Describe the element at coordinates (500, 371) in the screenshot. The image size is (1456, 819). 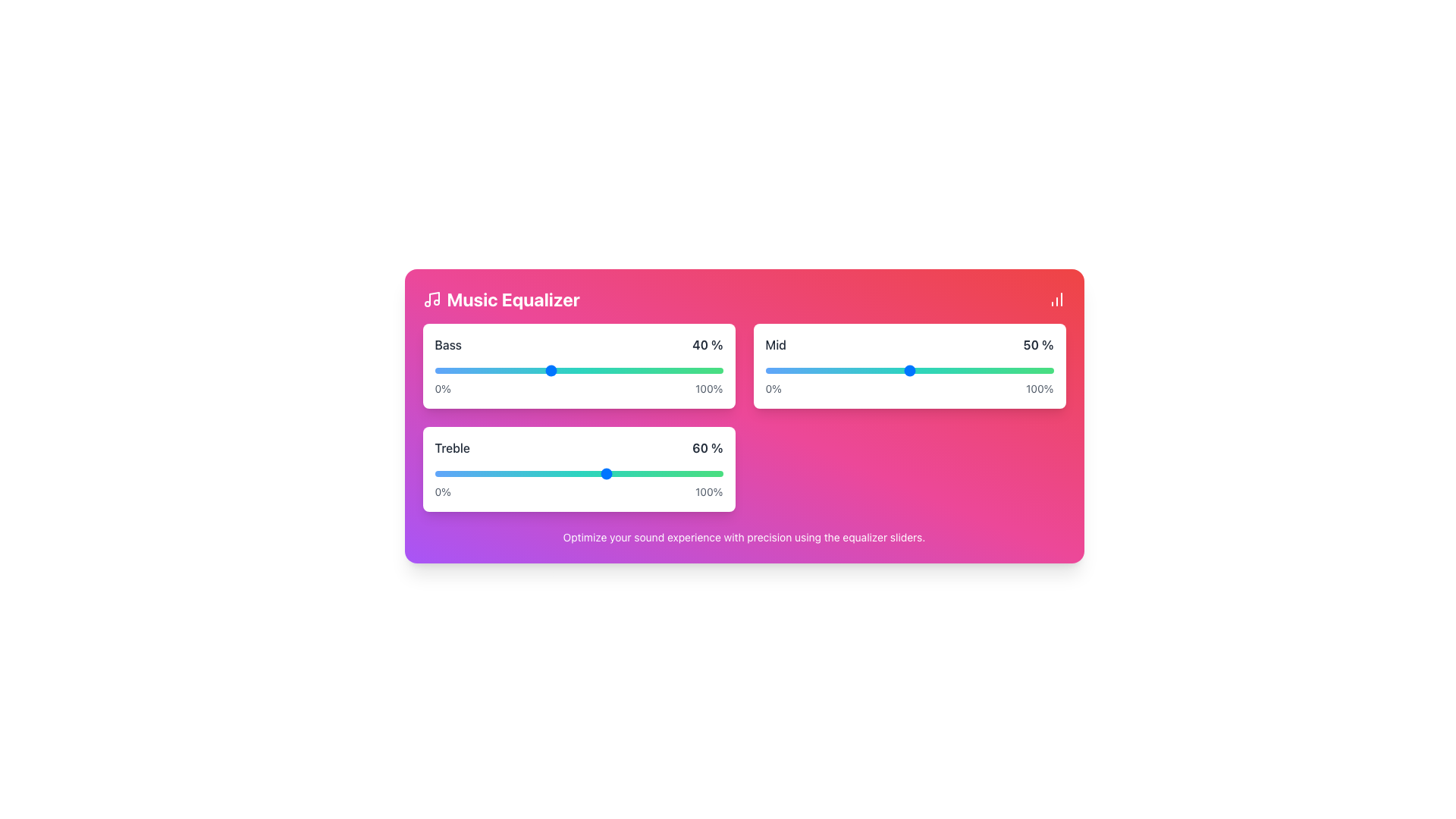
I see `the bass level` at that location.